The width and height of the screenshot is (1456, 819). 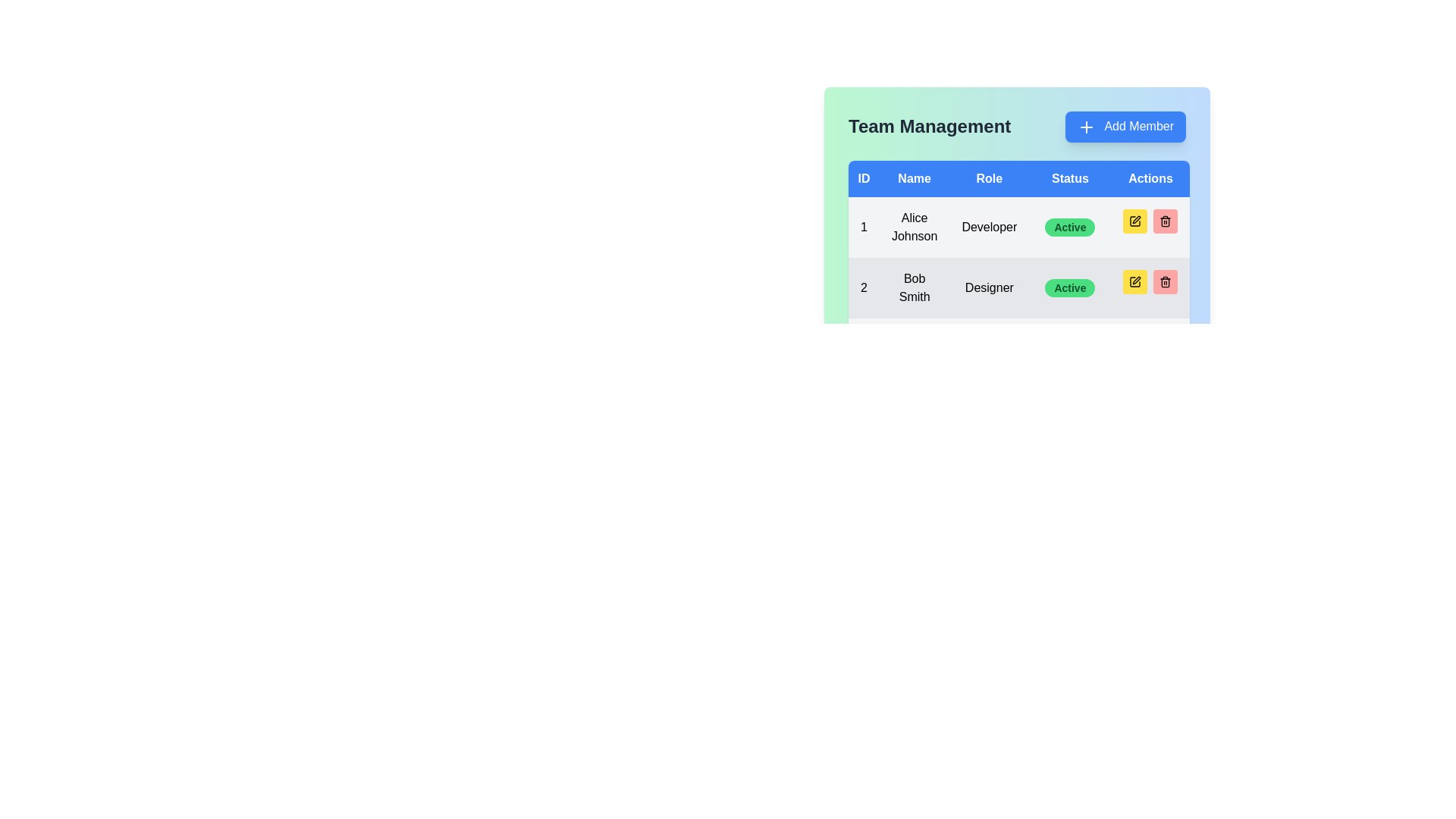 I want to click on the yellow square button with rounded corners and a pen icon located in the 'Actions' column of the first row of the team management table to initiate the editing process, so click(x=1135, y=221).